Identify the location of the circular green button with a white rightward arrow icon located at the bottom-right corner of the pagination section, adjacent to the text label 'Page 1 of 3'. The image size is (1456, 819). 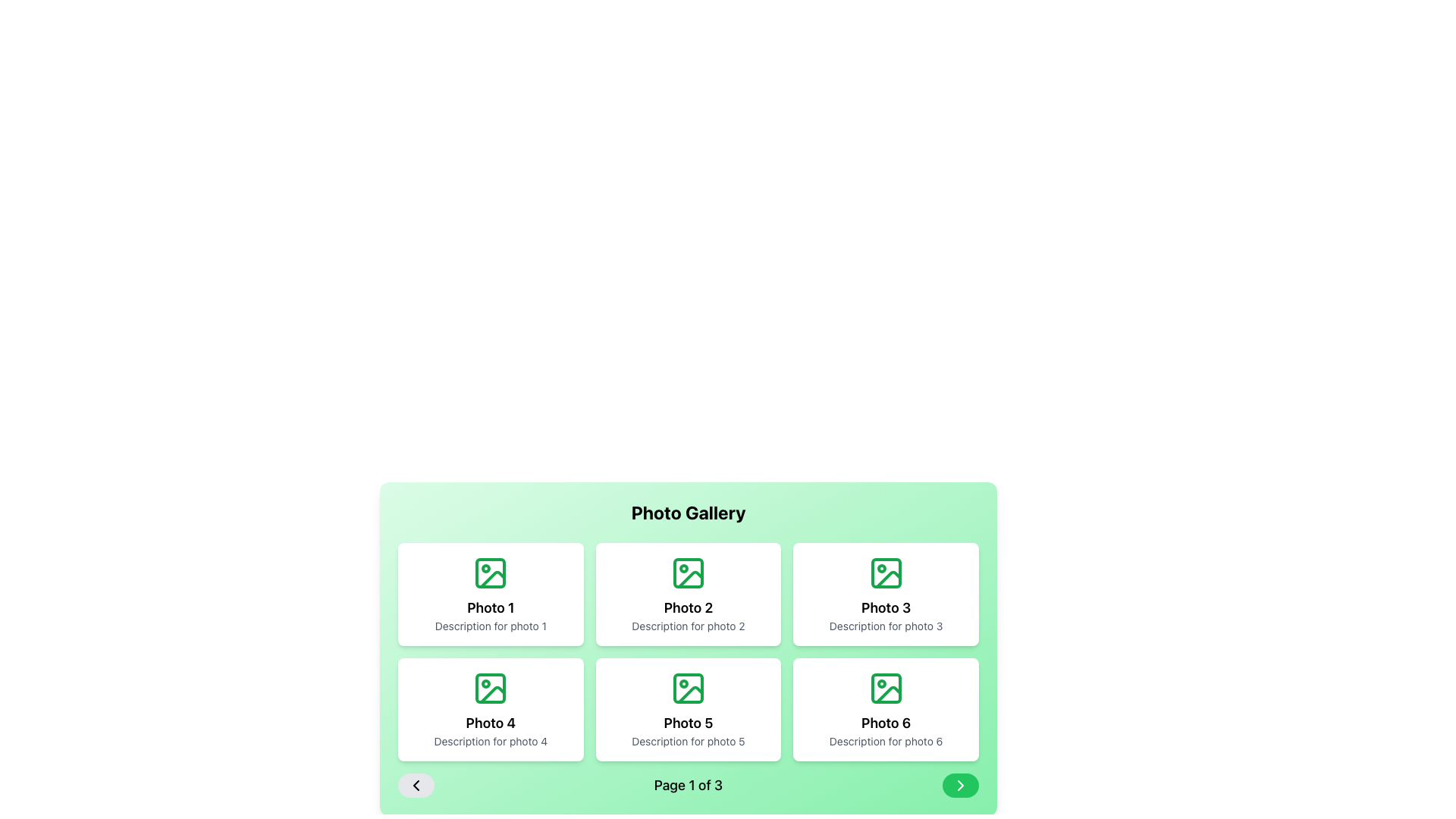
(960, 785).